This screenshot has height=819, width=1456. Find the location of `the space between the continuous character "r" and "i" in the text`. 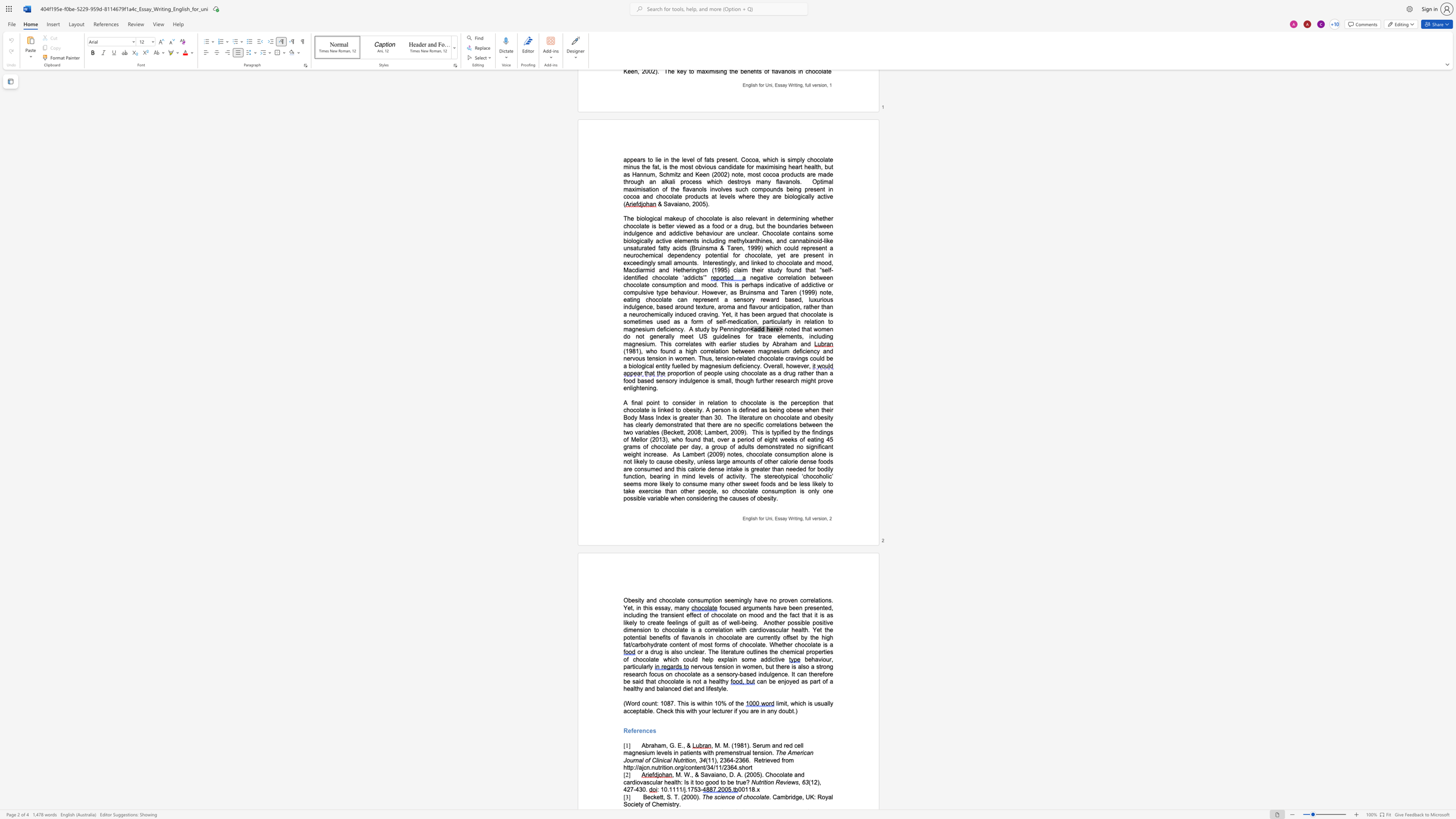

the space between the continuous character "r" and "i" in the text is located at coordinates (762, 782).